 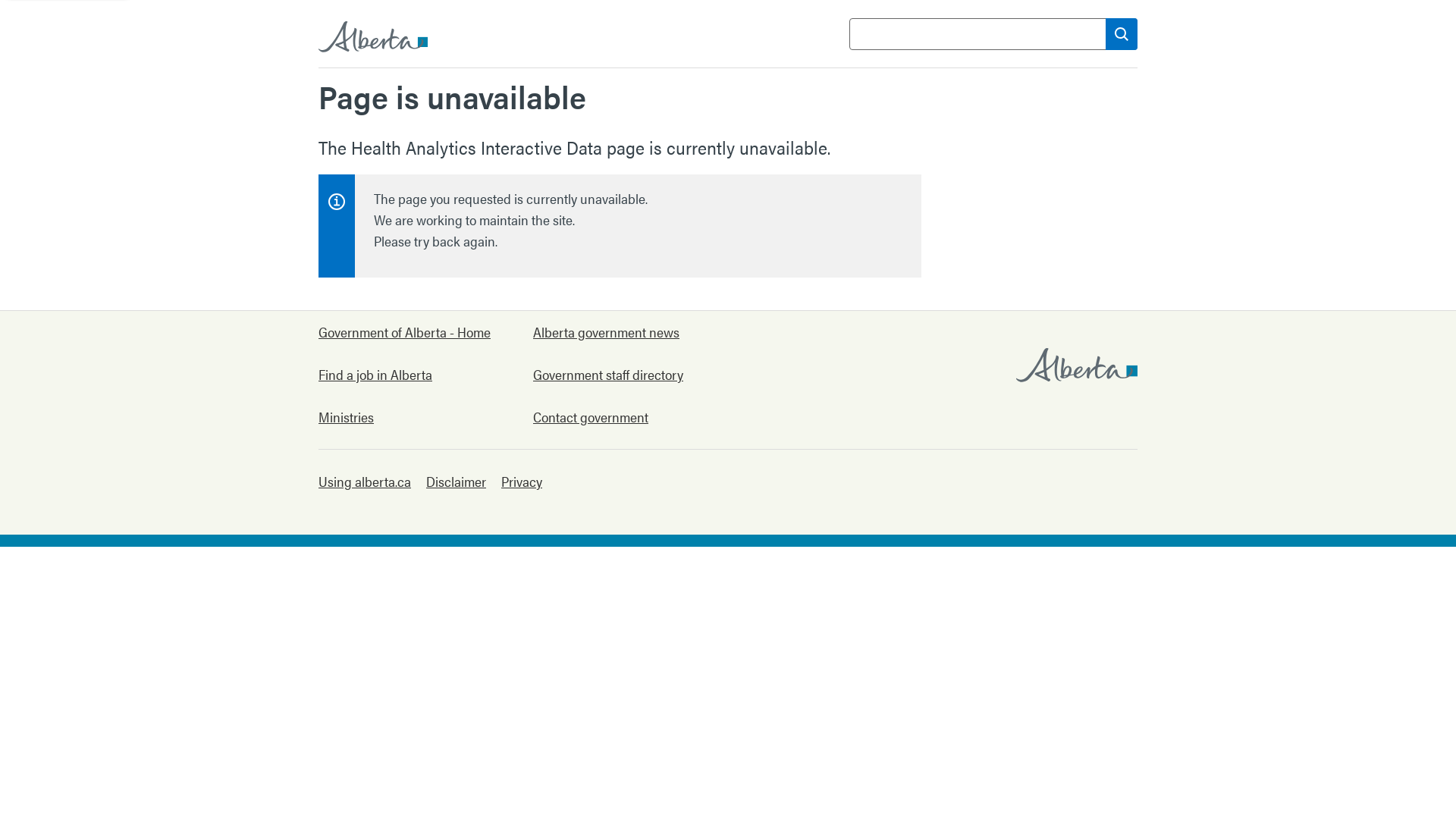 What do you see at coordinates (619, 374) in the screenshot?
I see `'Government staff directory'` at bounding box center [619, 374].